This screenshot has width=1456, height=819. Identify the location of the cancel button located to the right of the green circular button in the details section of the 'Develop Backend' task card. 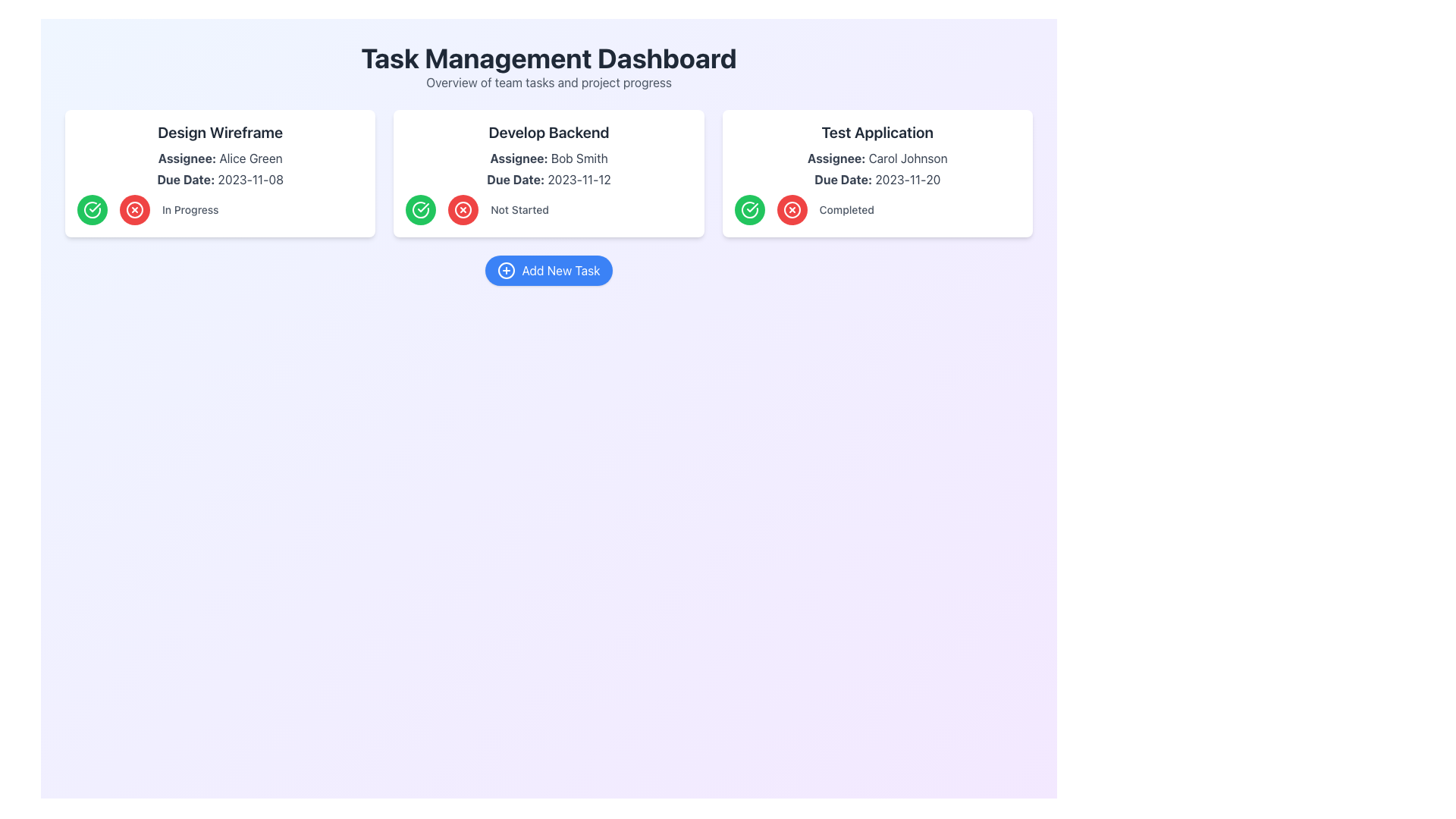
(463, 210).